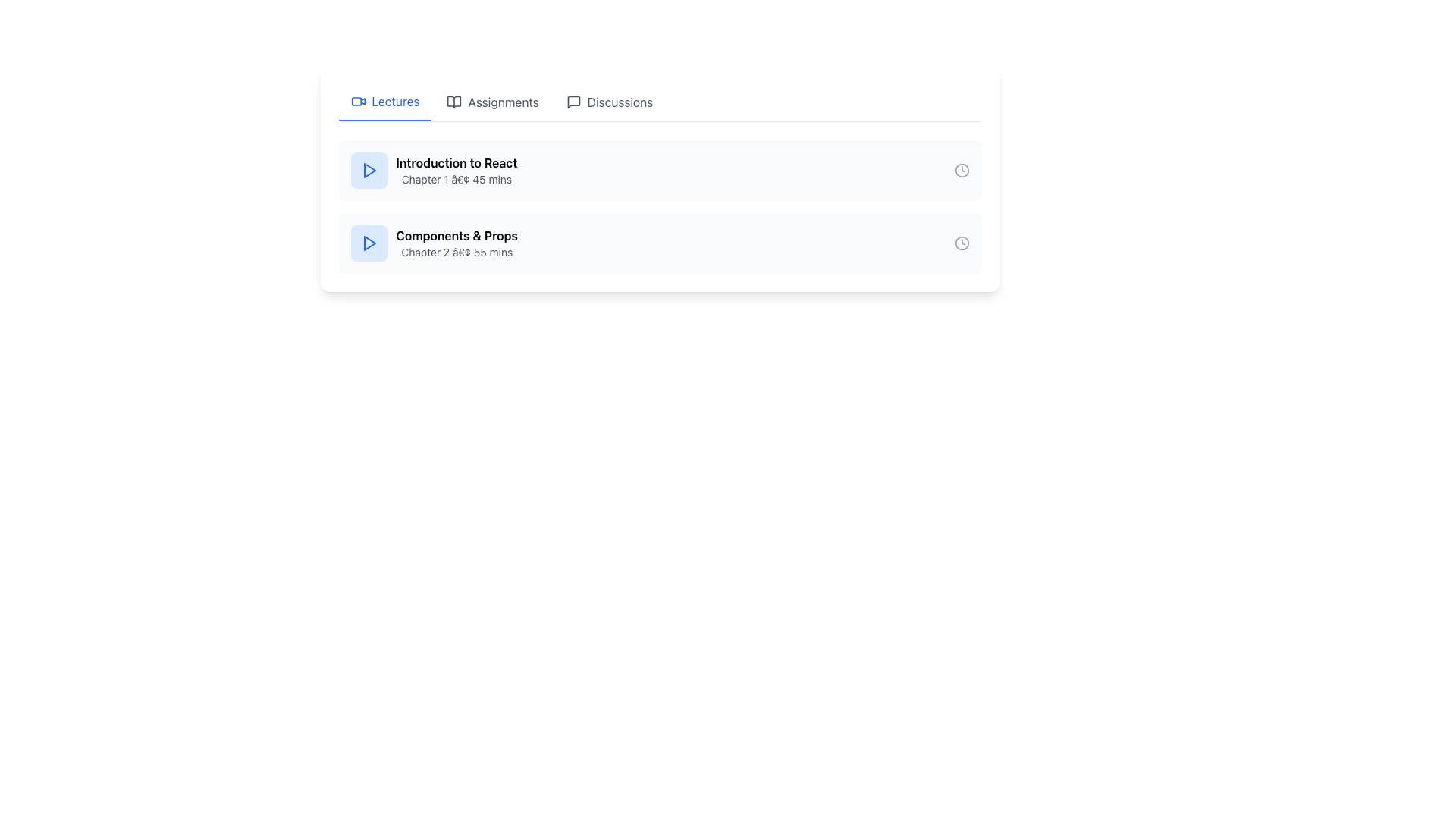  Describe the element at coordinates (396, 102) in the screenshot. I see `the interactive text label 'Lectures', which is styled in blue font and is part of a navigation bar` at that location.